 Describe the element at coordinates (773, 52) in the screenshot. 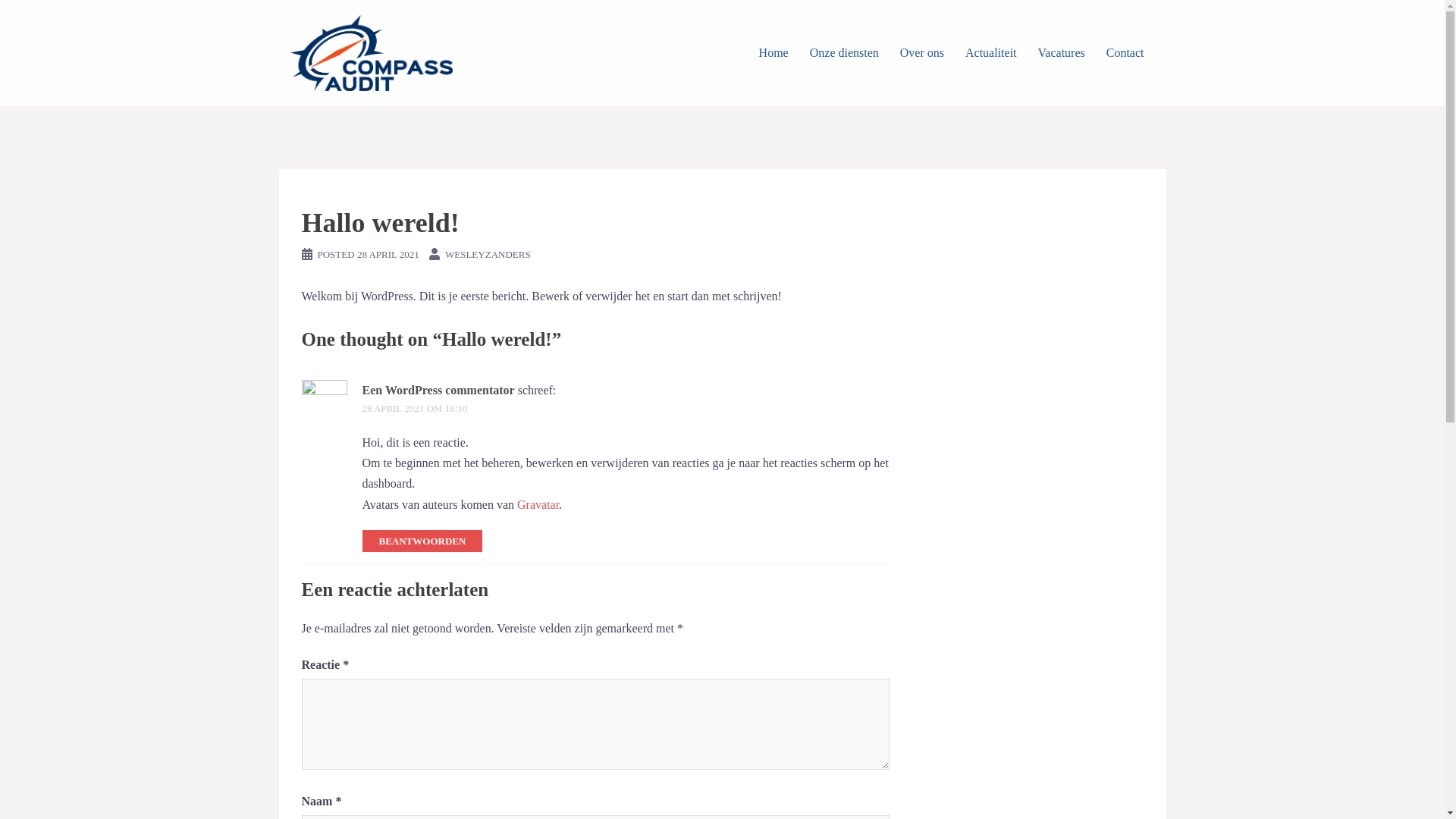

I see `'Home'` at that location.